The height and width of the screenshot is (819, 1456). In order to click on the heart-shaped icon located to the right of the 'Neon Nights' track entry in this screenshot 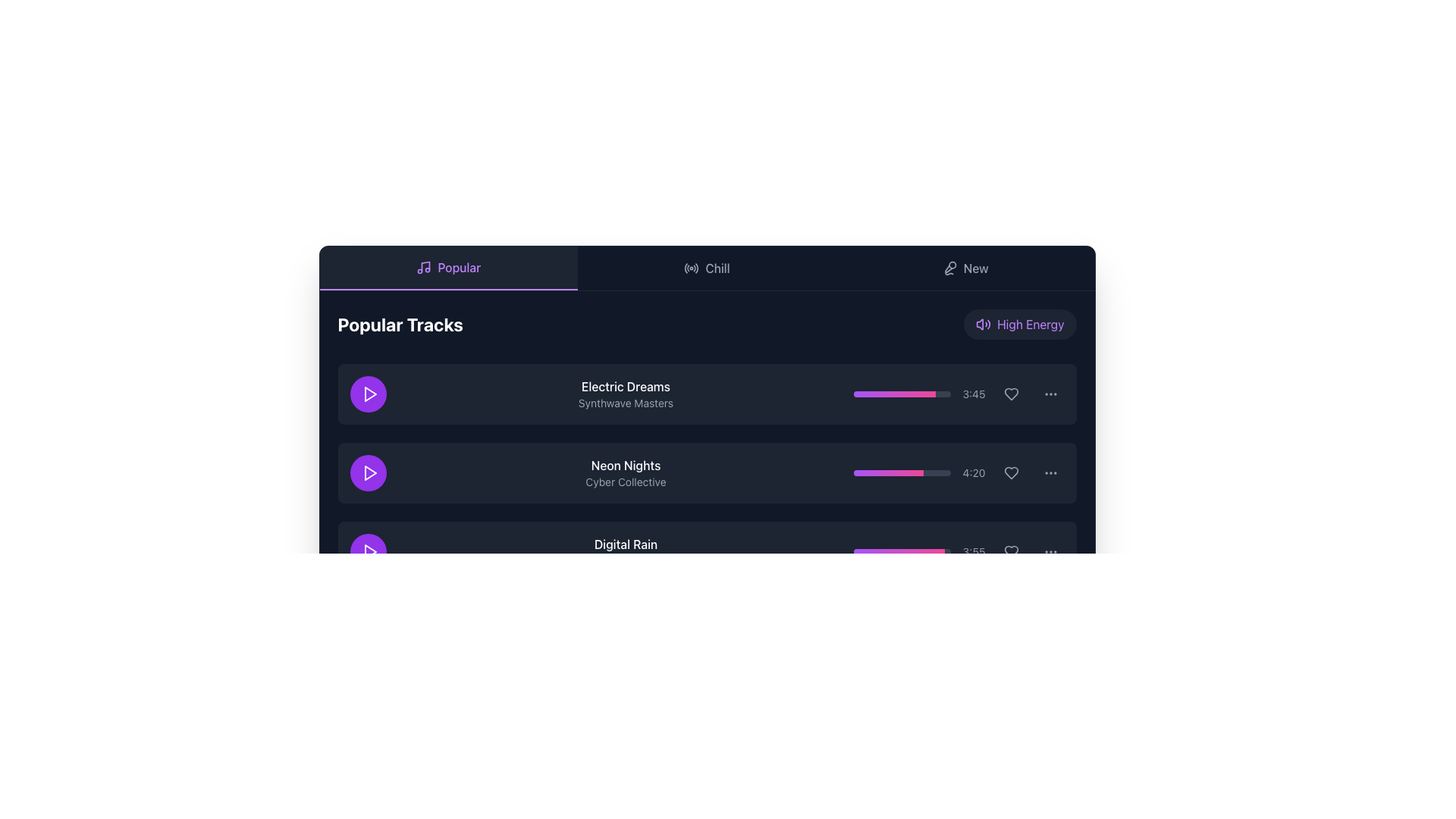, I will do `click(1011, 472)`.